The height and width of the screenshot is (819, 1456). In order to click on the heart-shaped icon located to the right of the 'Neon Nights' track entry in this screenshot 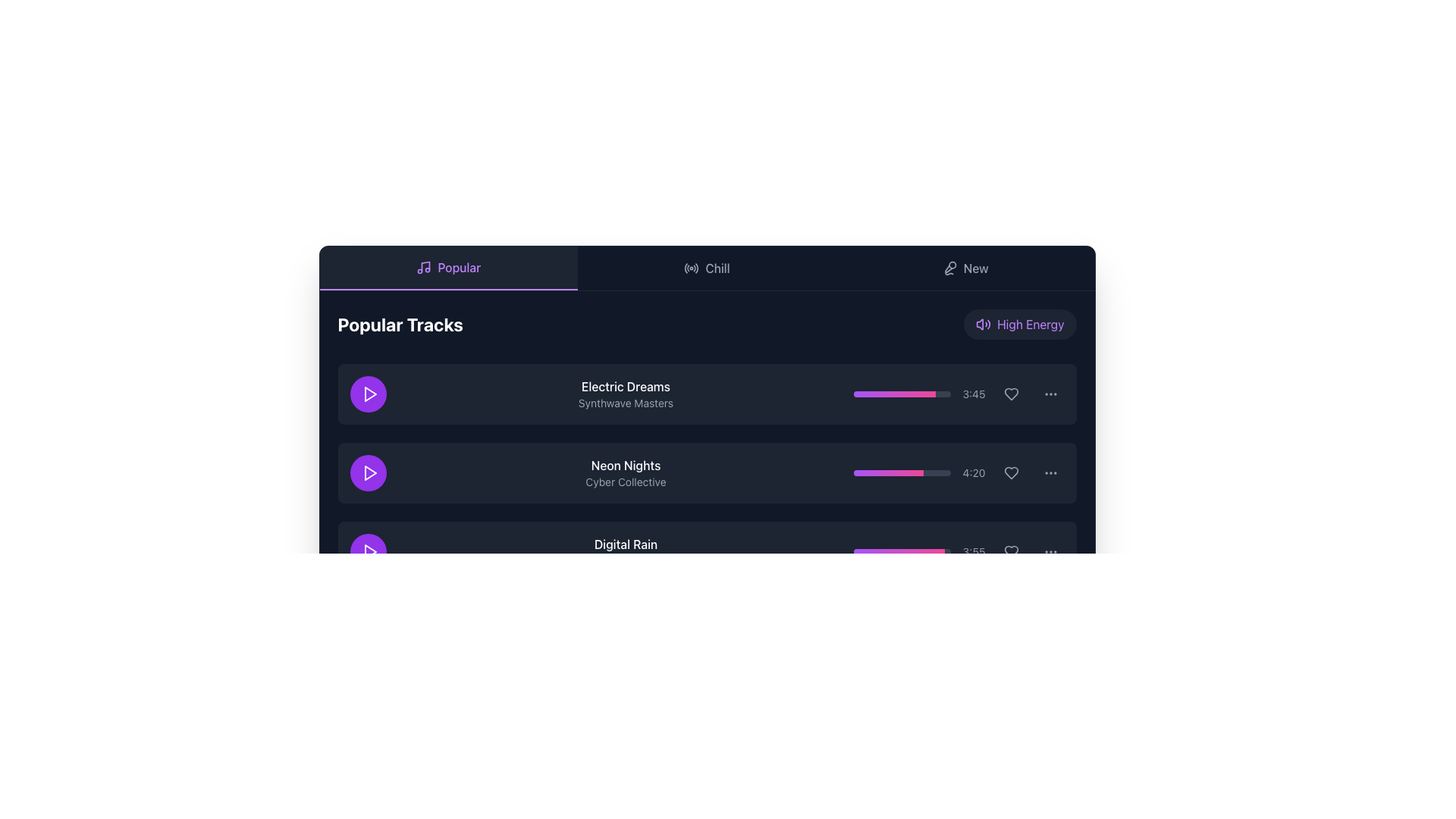, I will do `click(1011, 472)`.